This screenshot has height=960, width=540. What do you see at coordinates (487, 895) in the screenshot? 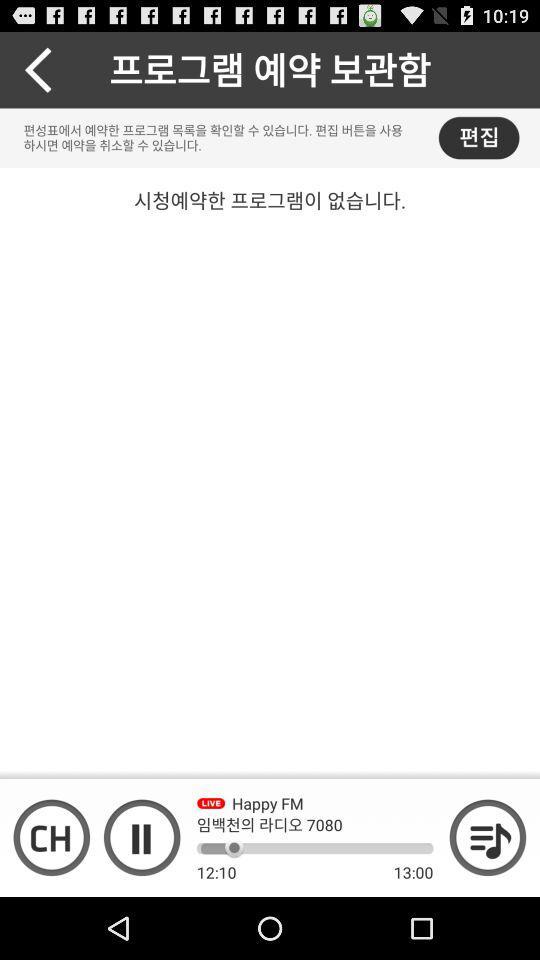
I see `the playlist icon` at bounding box center [487, 895].